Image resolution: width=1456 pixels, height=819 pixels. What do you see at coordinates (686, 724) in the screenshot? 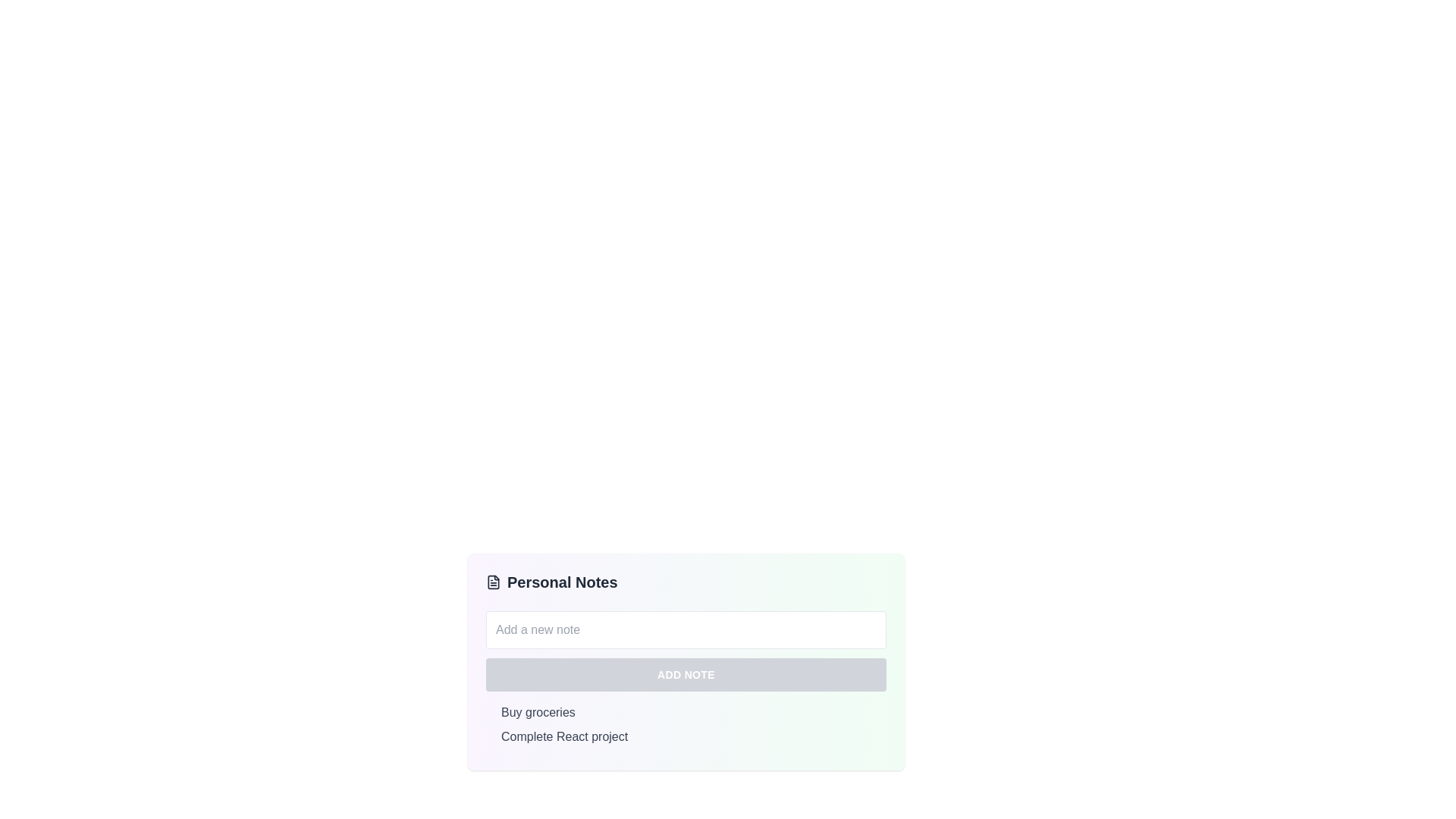
I see `the bulleted list displaying user-added notes located below the 'Add Note' button in the 'Personal Notes' section` at bounding box center [686, 724].